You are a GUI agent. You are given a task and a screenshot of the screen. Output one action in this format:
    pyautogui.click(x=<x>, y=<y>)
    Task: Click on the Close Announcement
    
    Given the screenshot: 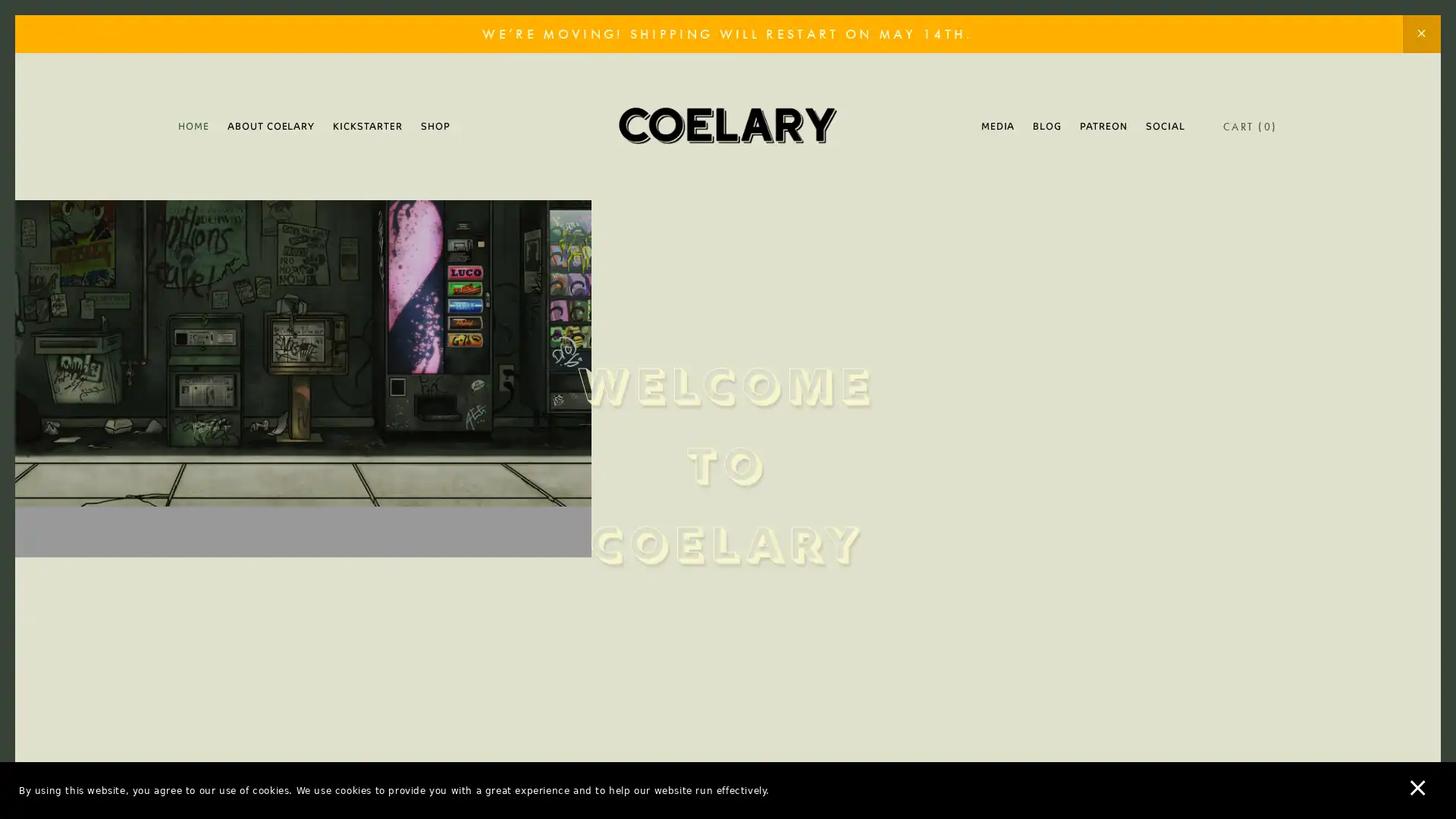 What is the action you would take?
    pyautogui.click(x=1420, y=34)
    